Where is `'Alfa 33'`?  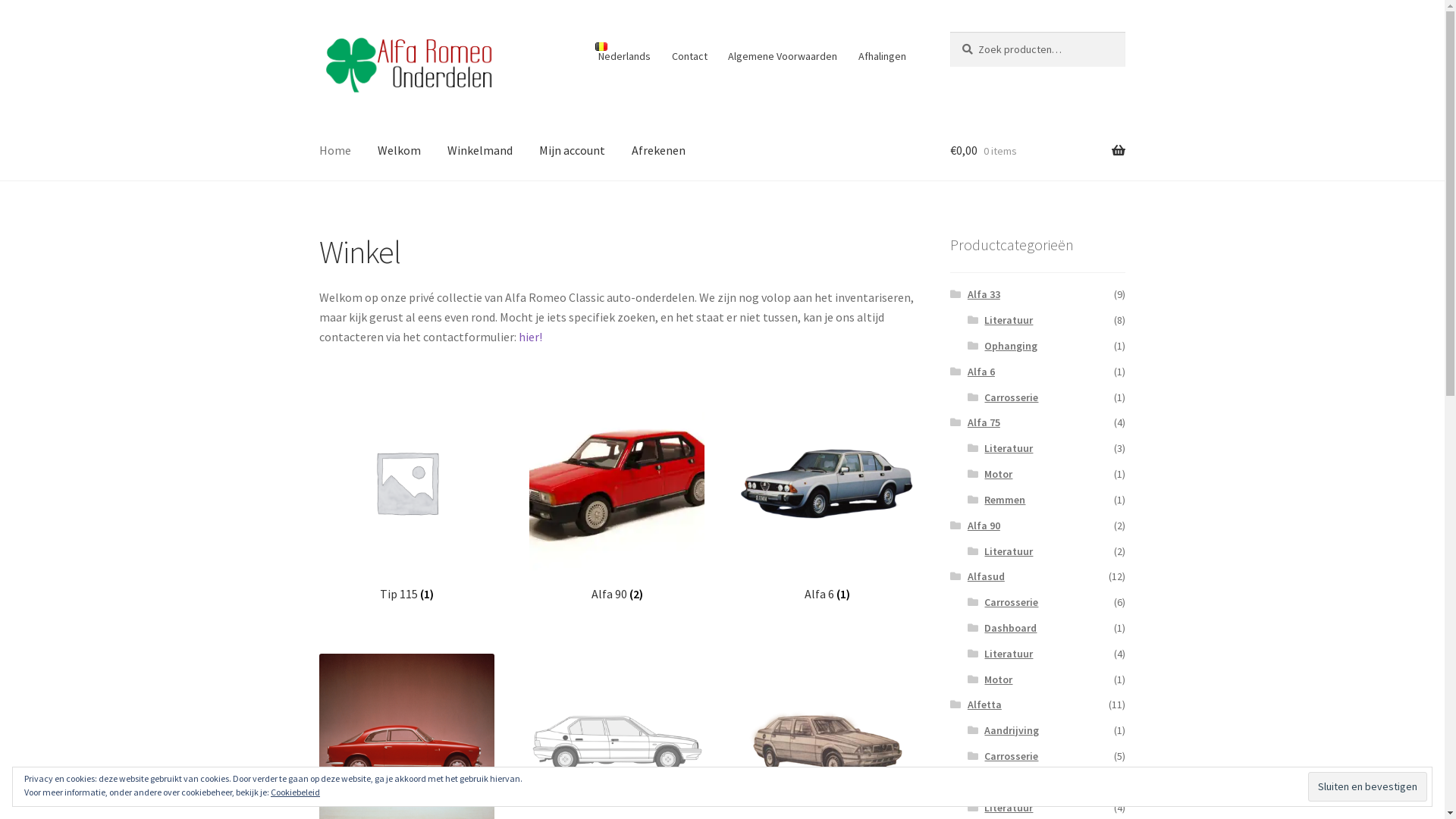 'Alfa 33' is located at coordinates (984, 294).